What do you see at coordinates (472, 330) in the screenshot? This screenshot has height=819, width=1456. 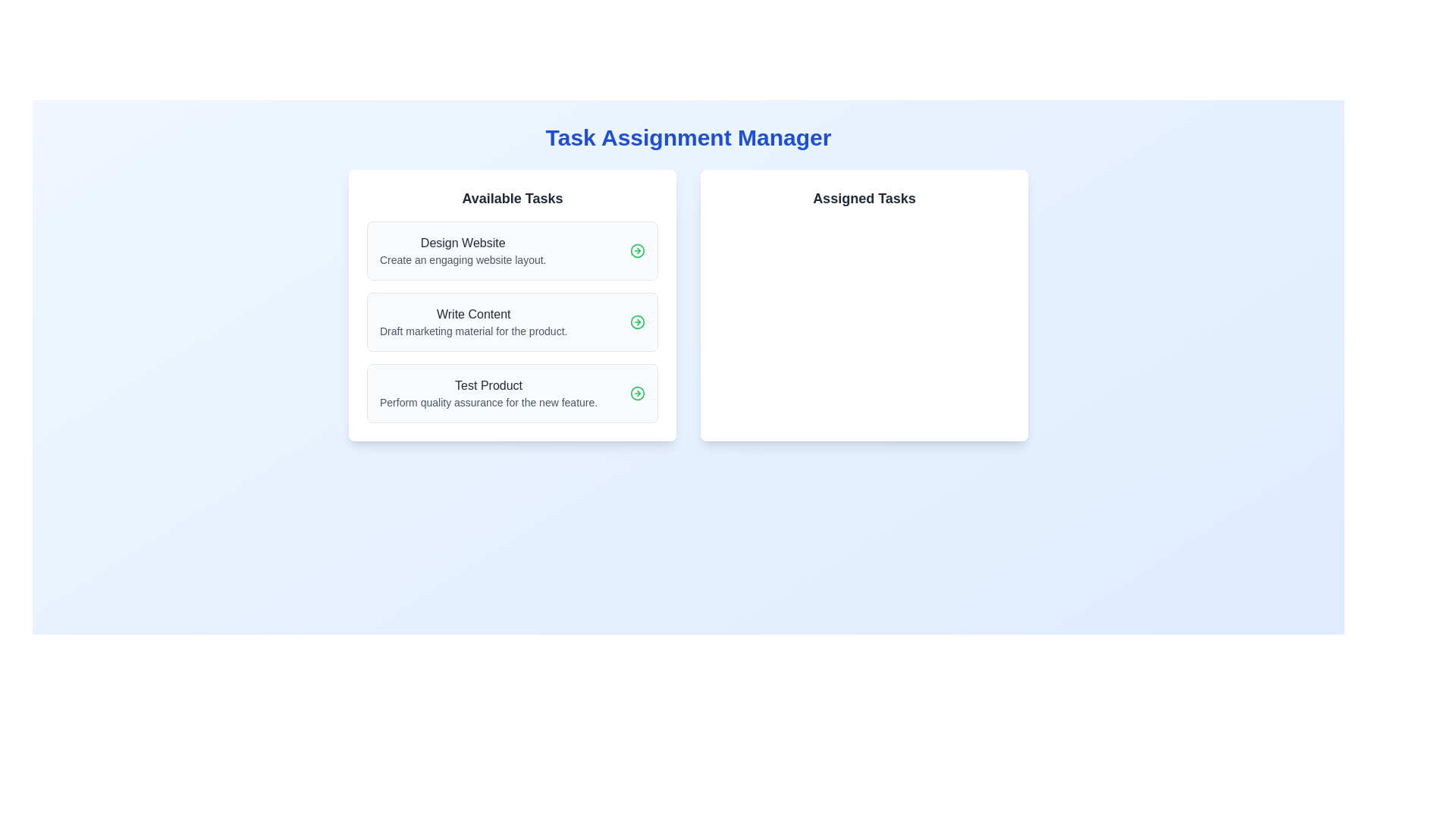 I see `the Text Label that provides descriptive details for the 'Write Content' task, located below 'Write Content' in the 'Available Tasks' section` at bounding box center [472, 330].